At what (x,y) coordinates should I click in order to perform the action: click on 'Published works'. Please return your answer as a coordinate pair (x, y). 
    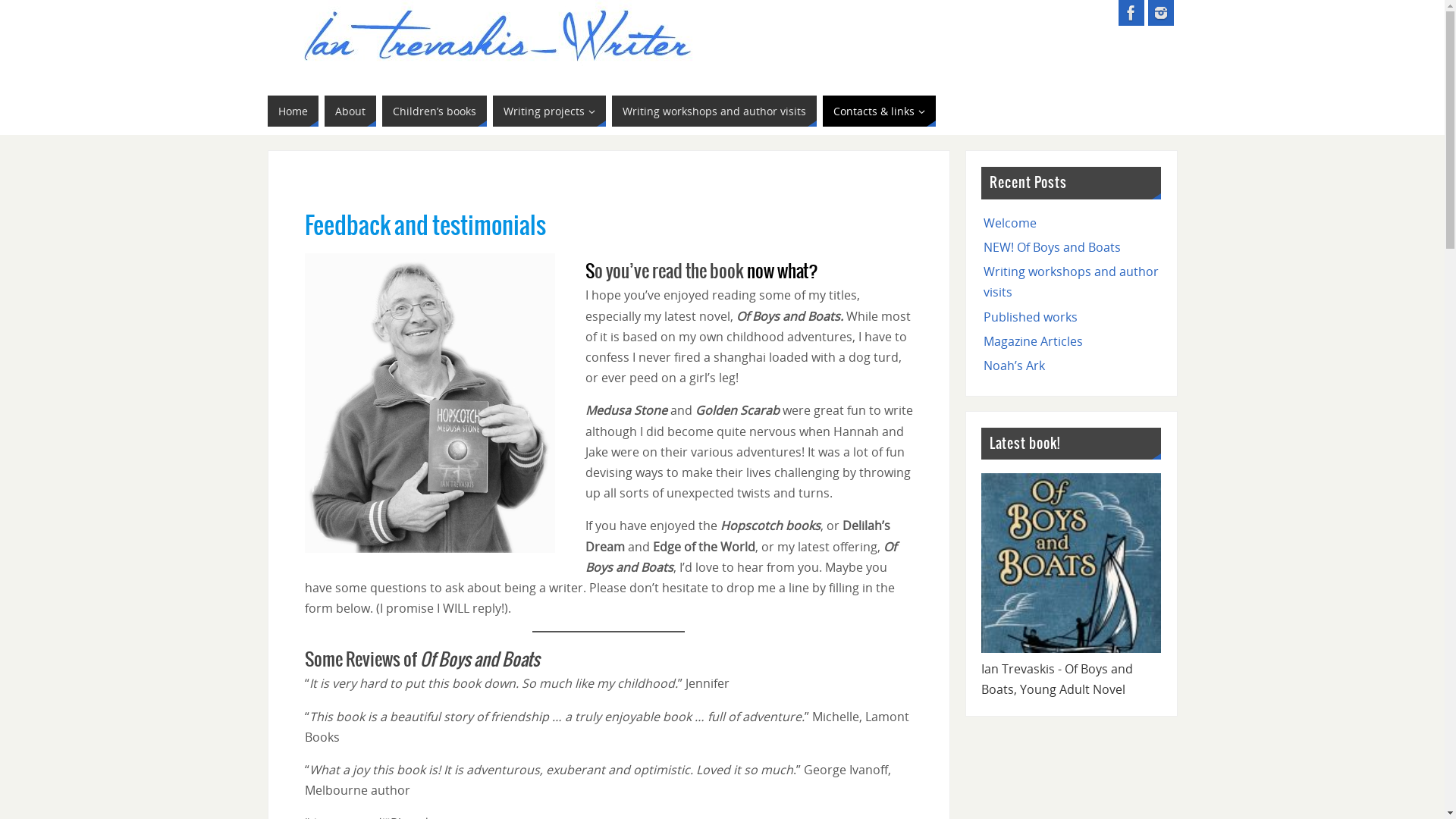
    Looking at the image, I should click on (1030, 315).